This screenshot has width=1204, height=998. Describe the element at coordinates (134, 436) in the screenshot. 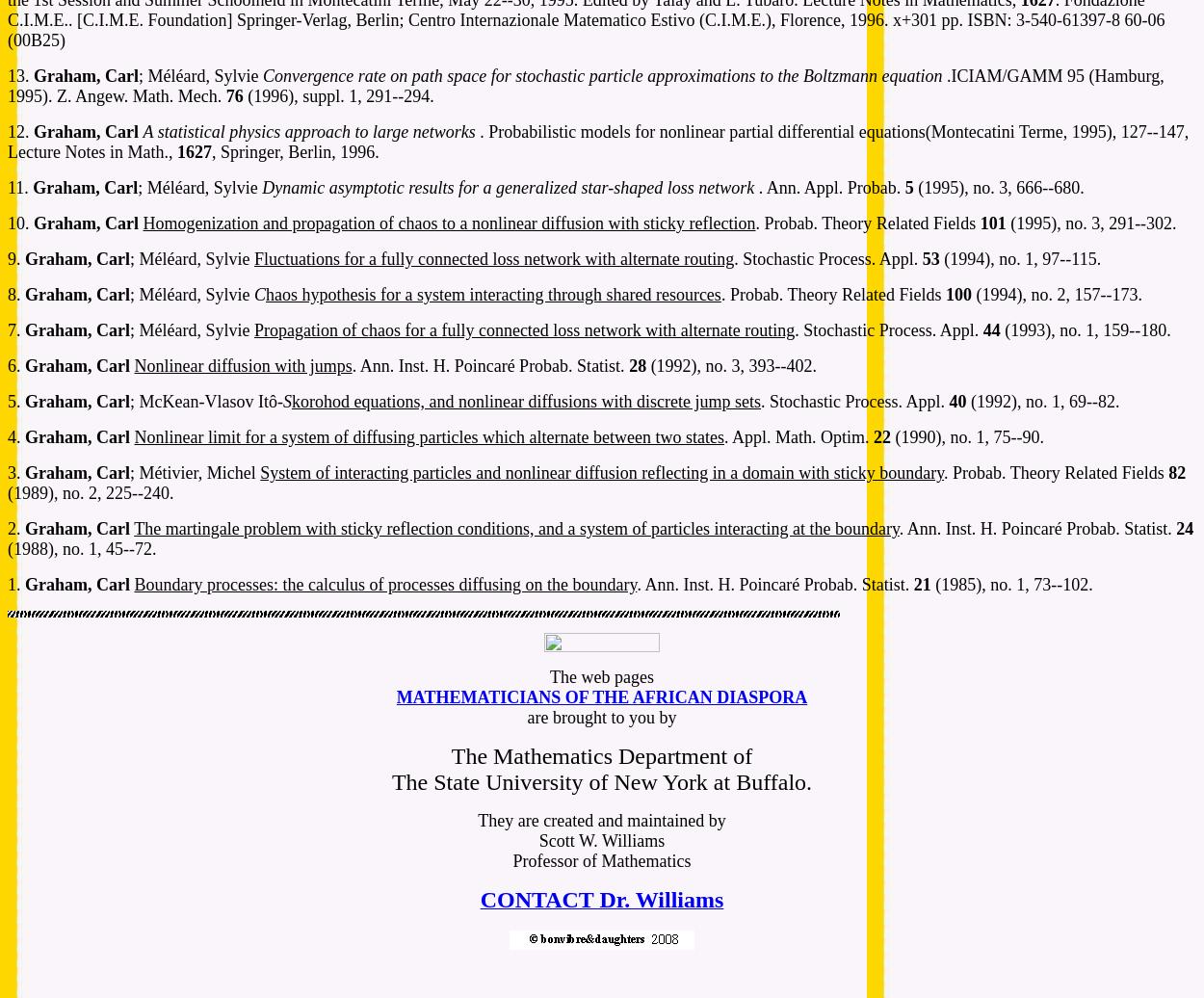

I see `'Nonlinear limit for
a system of diffusing particles which alternate between two states'` at that location.